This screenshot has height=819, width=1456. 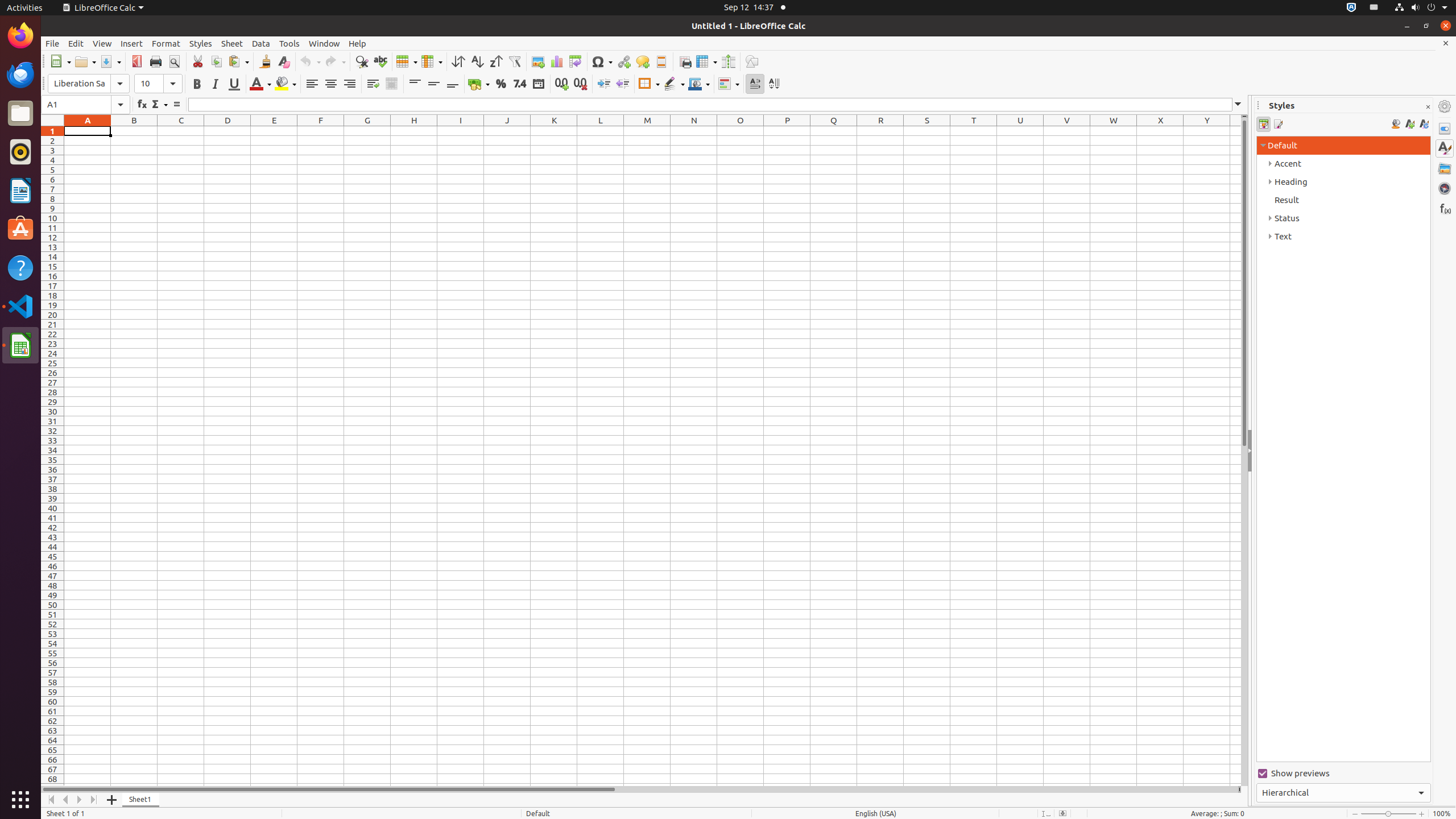 I want to click on 'New Style from Selection', so click(x=1409, y=124).